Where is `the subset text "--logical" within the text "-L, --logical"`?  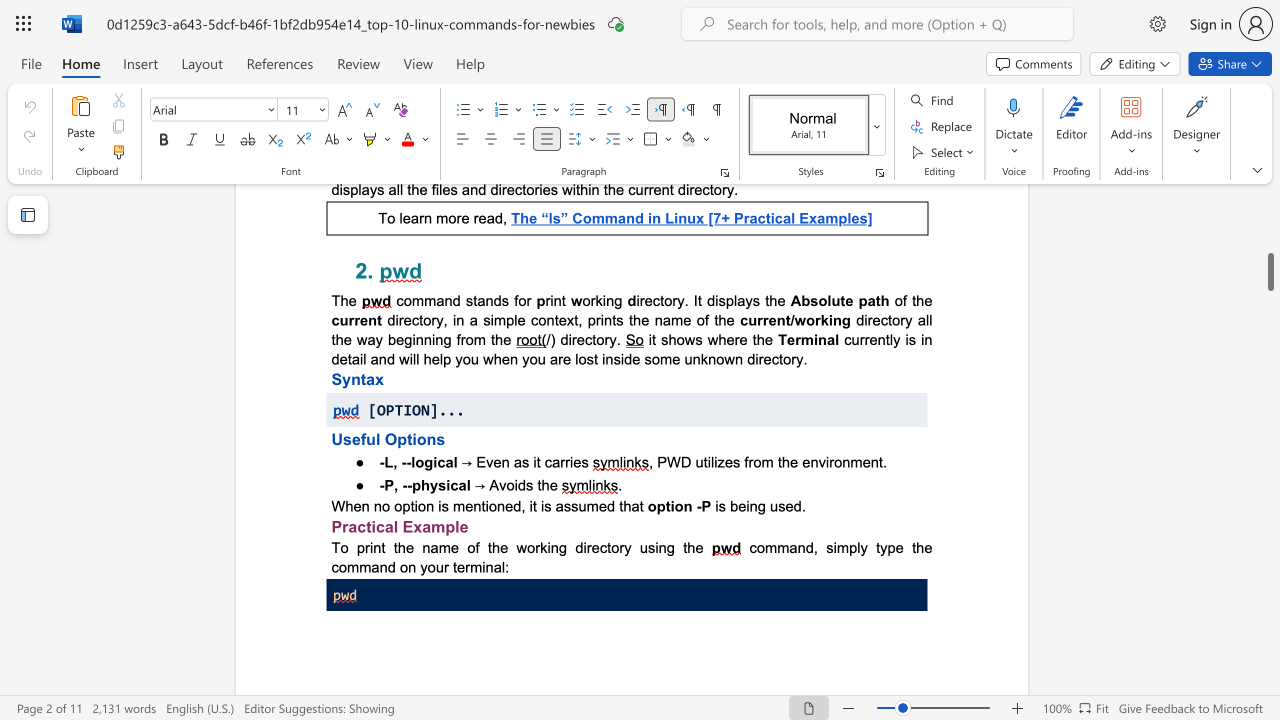
the subset text "--logical" within the text "-L, --logical" is located at coordinates (400, 462).